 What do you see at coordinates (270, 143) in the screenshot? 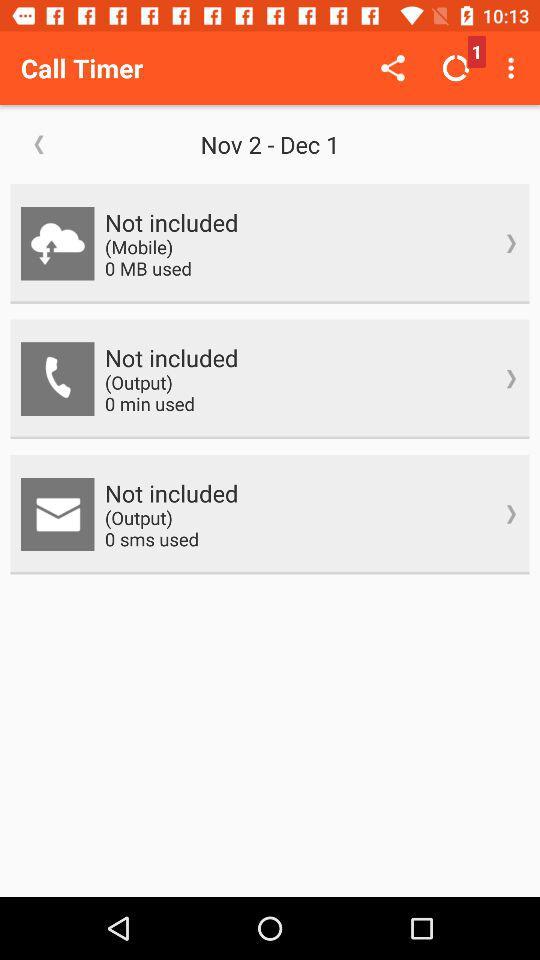
I see `the nov 2 dec icon` at bounding box center [270, 143].